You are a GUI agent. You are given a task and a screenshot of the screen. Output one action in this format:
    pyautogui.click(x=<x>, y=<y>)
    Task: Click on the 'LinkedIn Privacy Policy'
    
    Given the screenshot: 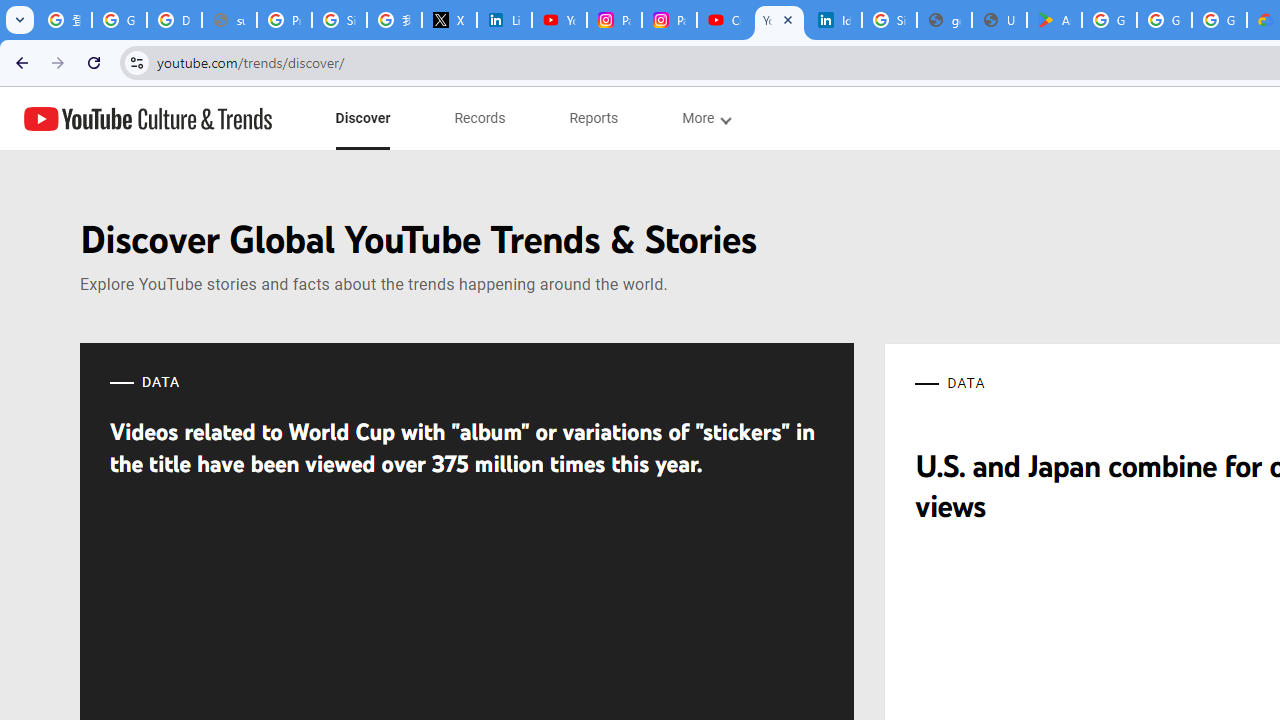 What is the action you would take?
    pyautogui.click(x=504, y=20)
    